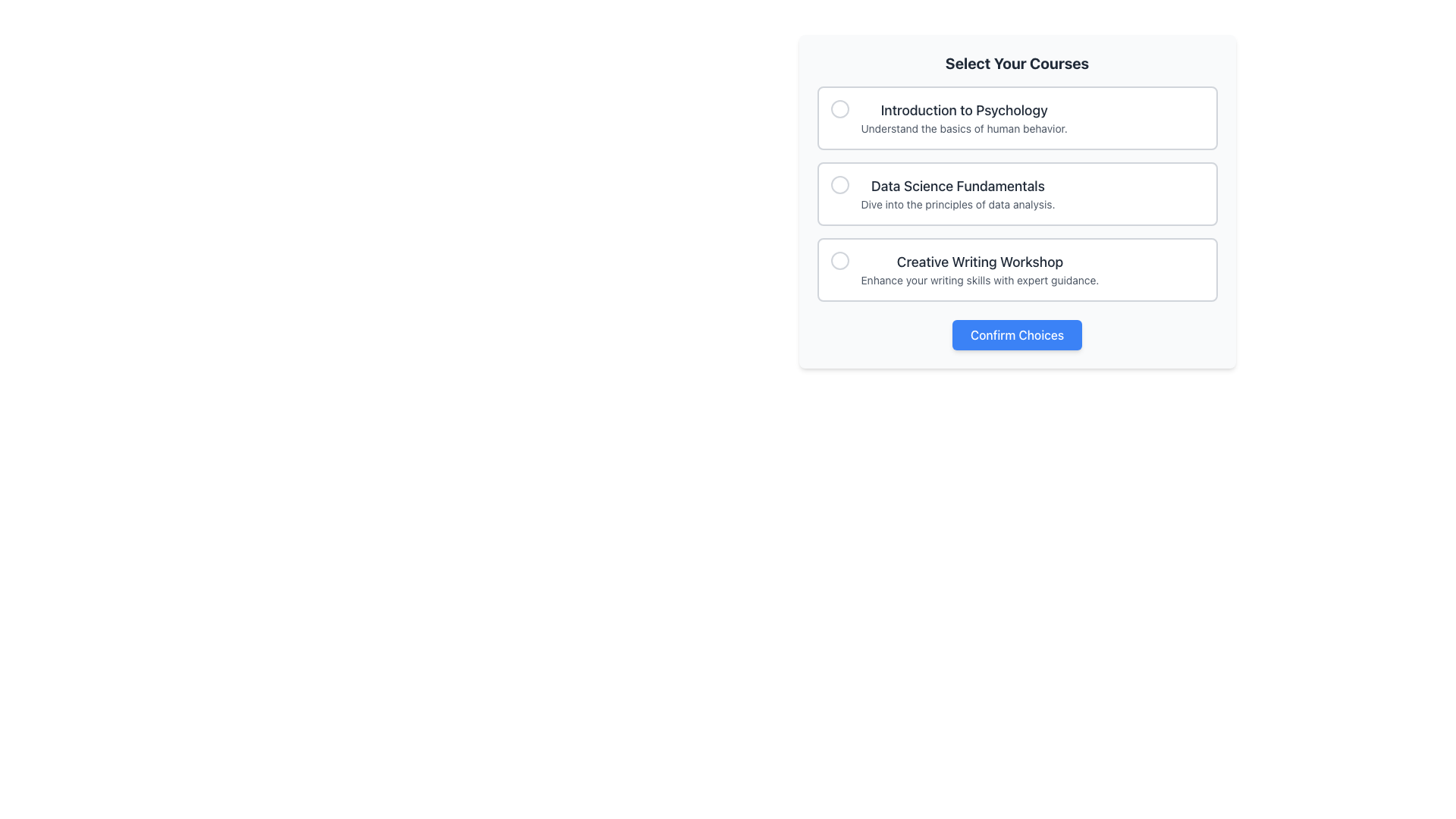 The image size is (1456, 819). What do you see at coordinates (1017, 193) in the screenshot?
I see `the selectable course option labeled 'Data Science Fundamentals'` at bounding box center [1017, 193].